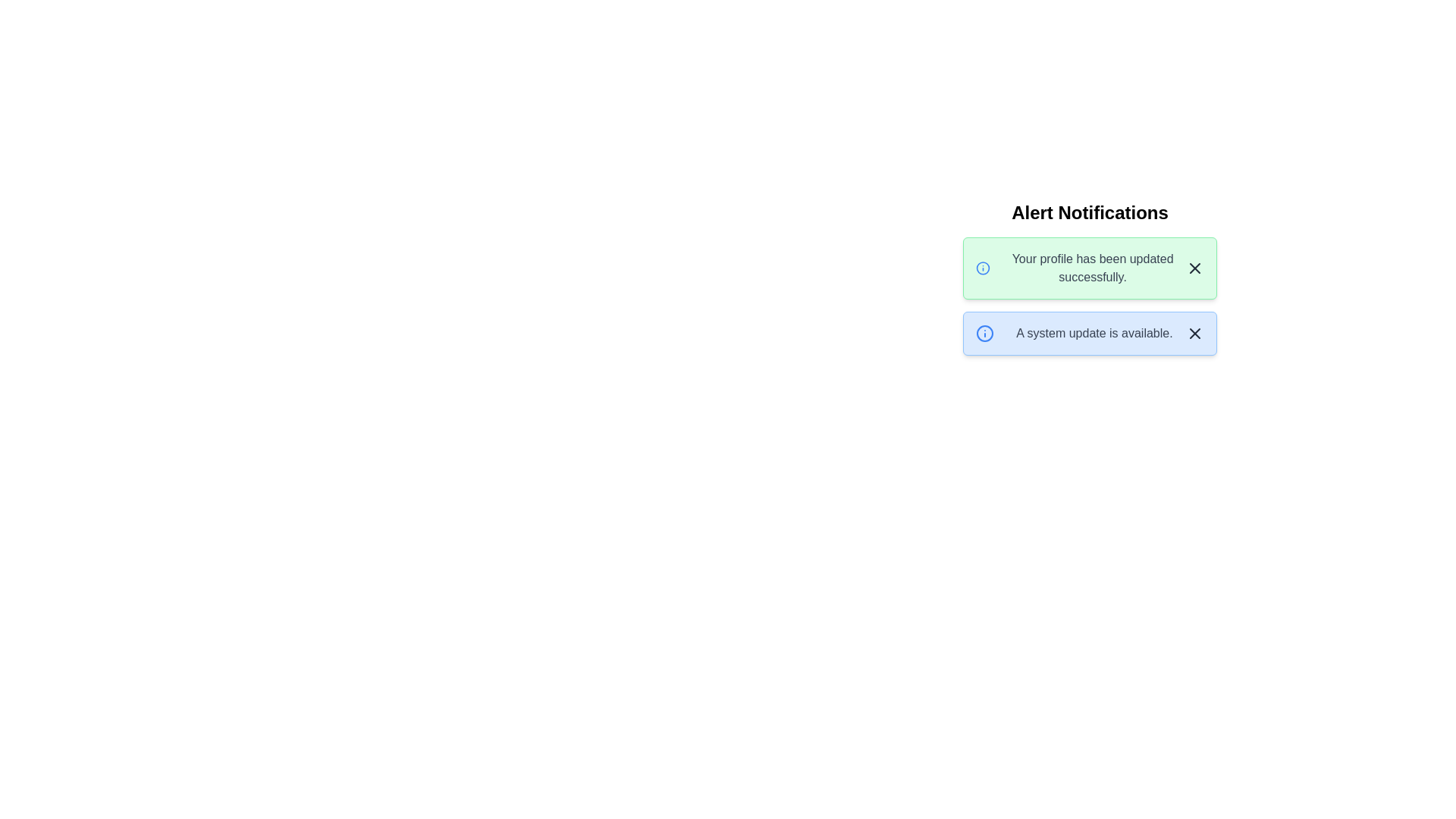 The height and width of the screenshot is (819, 1456). I want to click on the success icon located in the green notification card in the 'Alert Notifications' section, which precedes the text 'Your profile has been updated successfully.', so click(983, 268).